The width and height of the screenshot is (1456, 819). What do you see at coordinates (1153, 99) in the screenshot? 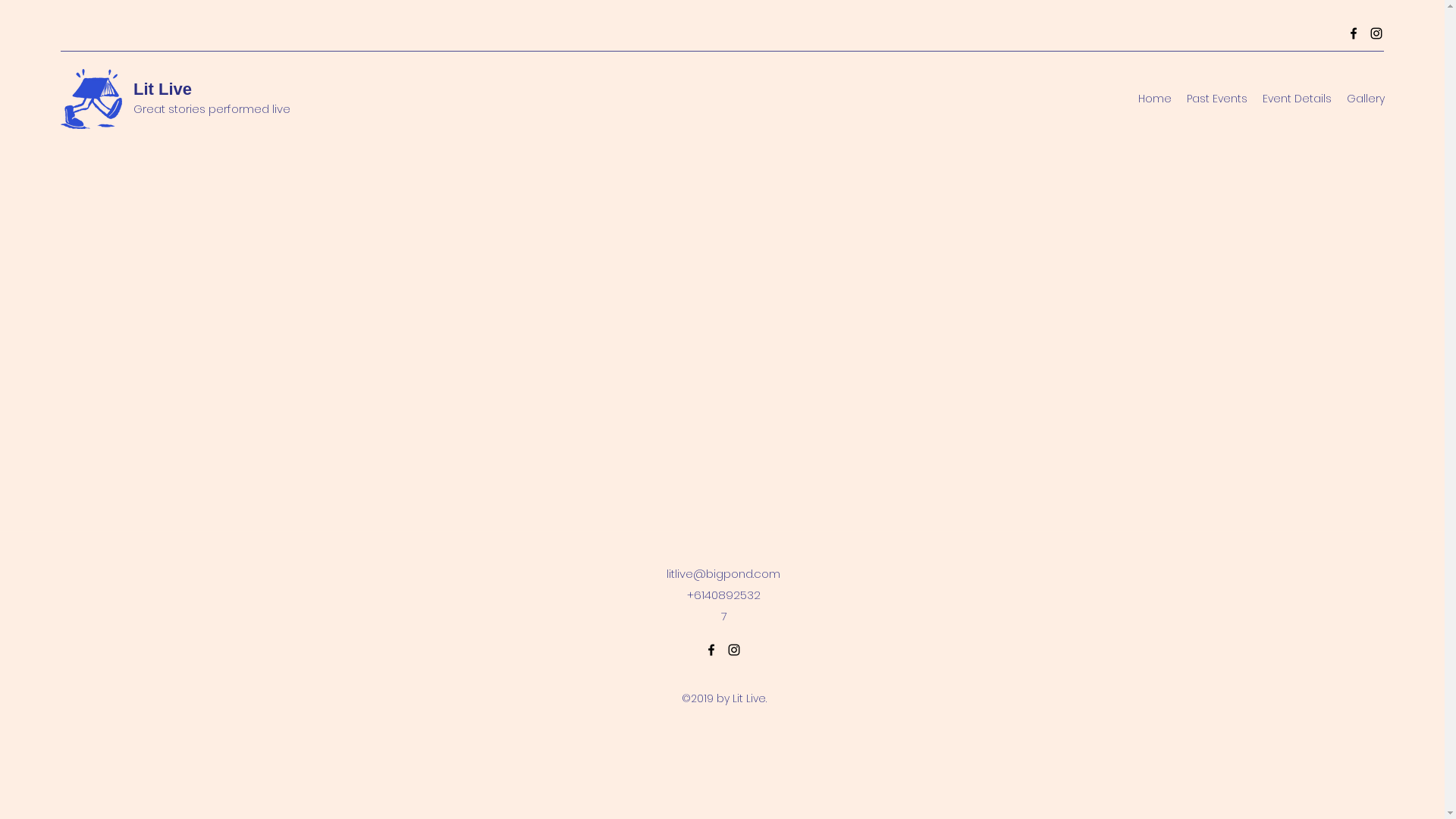
I see `'Home'` at bounding box center [1153, 99].